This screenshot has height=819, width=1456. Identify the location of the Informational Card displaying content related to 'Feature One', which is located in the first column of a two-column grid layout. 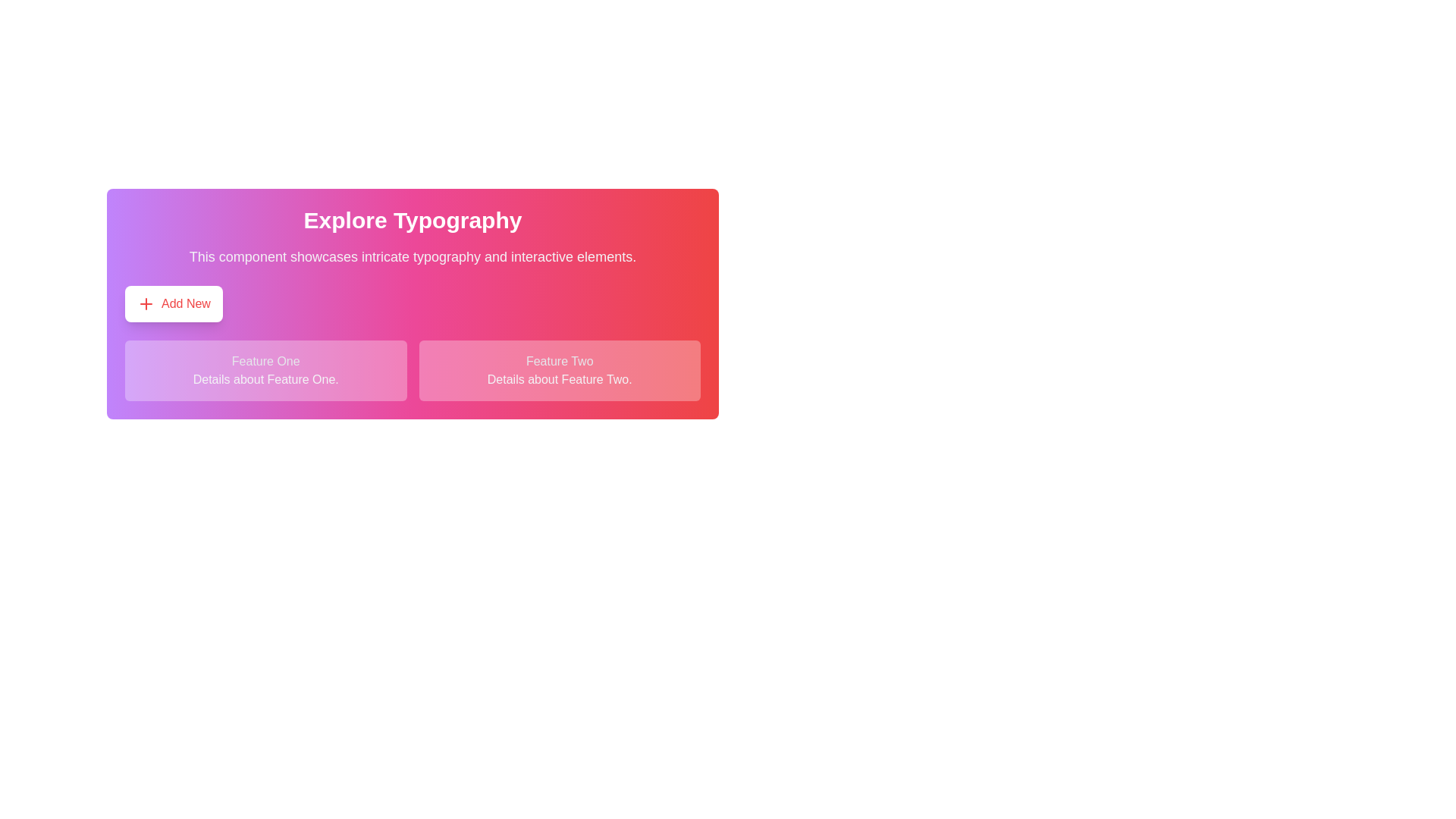
(265, 371).